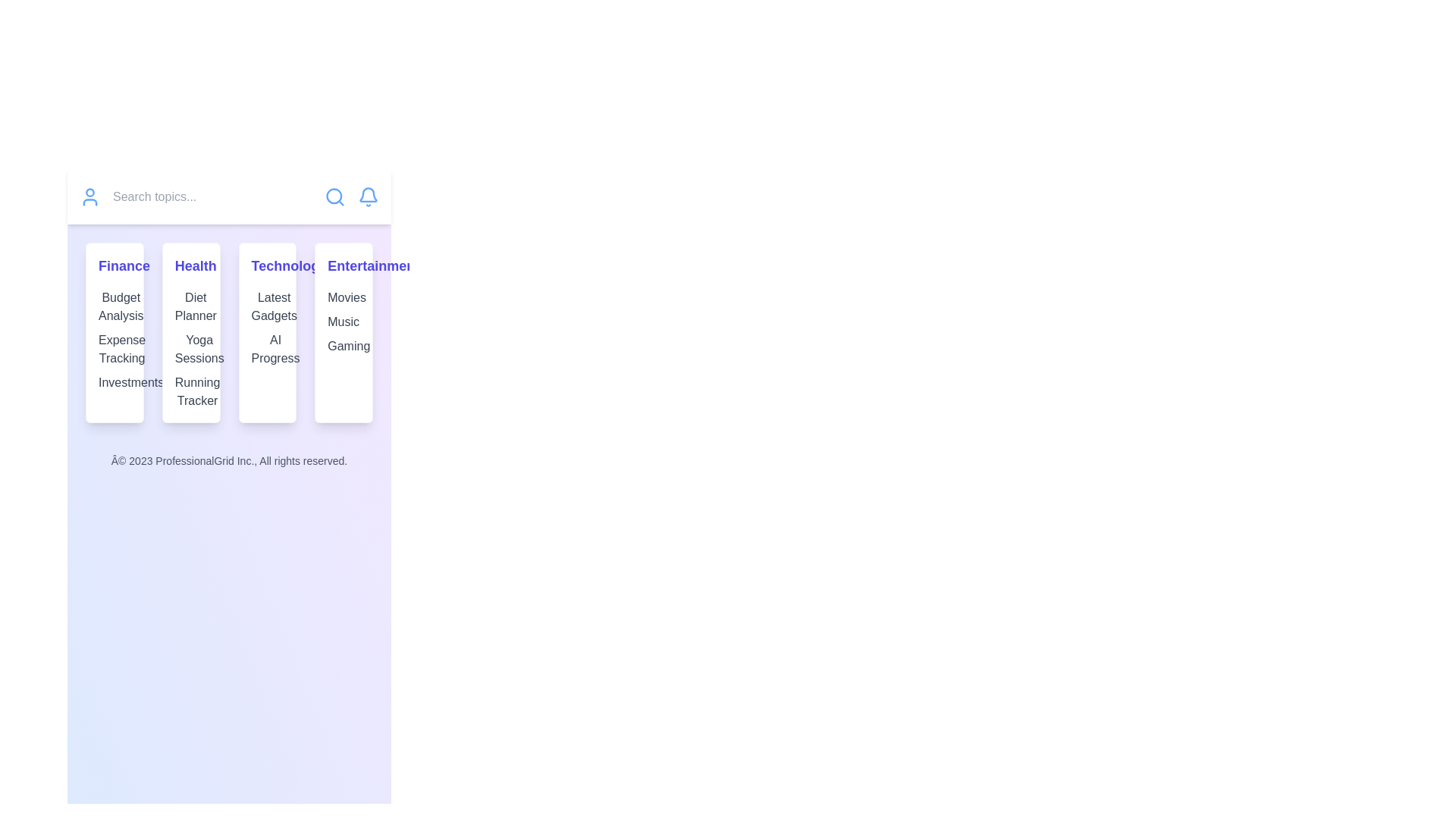 Image resolution: width=1456 pixels, height=819 pixels. I want to click on 'Gaming' label which is the third item in the vertical list under the 'Entertainment' category, displayed in gray font on a white background card, so click(343, 346).